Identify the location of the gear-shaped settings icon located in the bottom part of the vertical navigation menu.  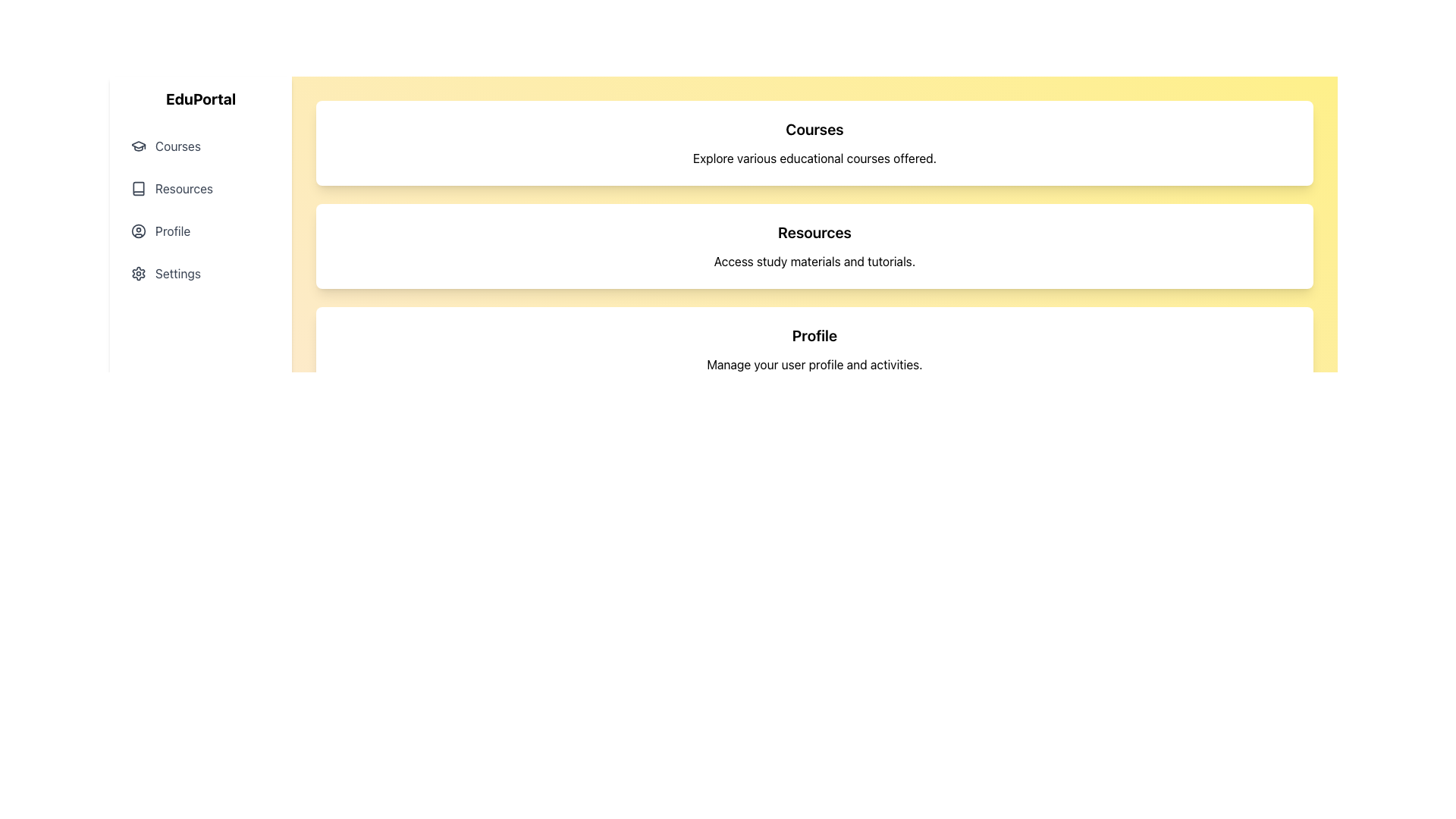
(138, 274).